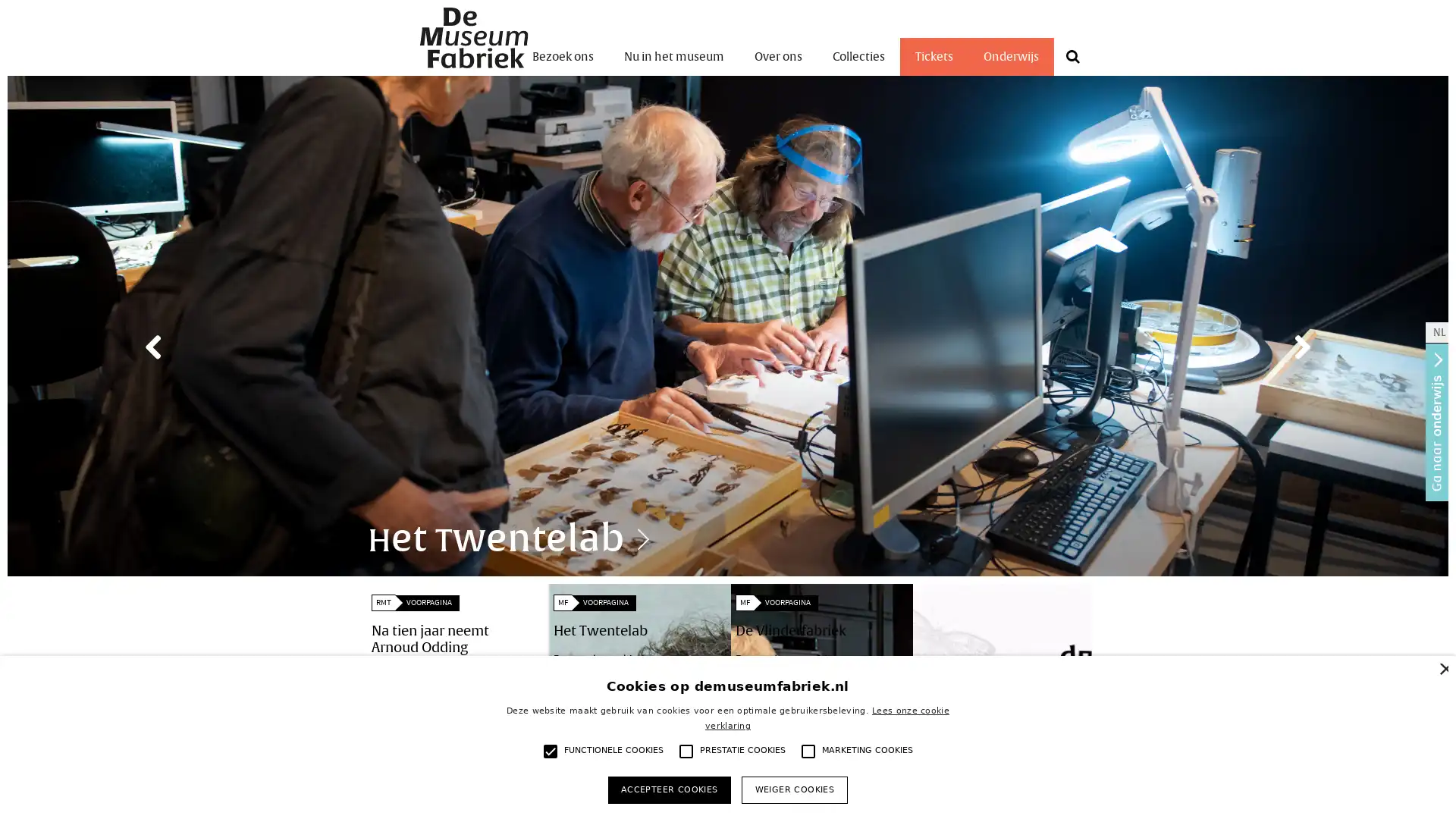  Describe the element at coordinates (793, 789) in the screenshot. I see `WEIGER COOKIES` at that location.